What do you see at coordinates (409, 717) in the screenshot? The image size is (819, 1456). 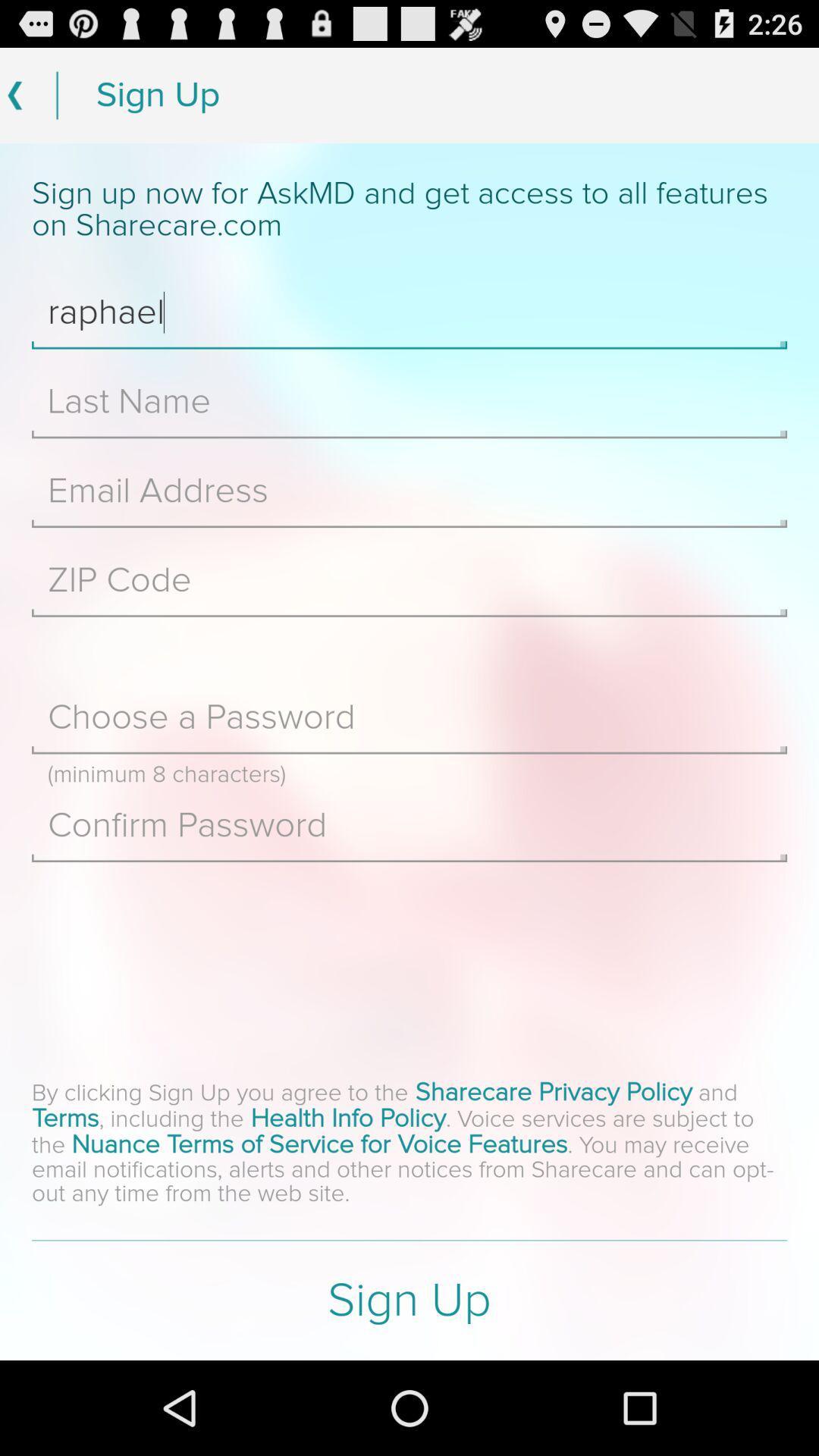 I see `a password` at bounding box center [409, 717].